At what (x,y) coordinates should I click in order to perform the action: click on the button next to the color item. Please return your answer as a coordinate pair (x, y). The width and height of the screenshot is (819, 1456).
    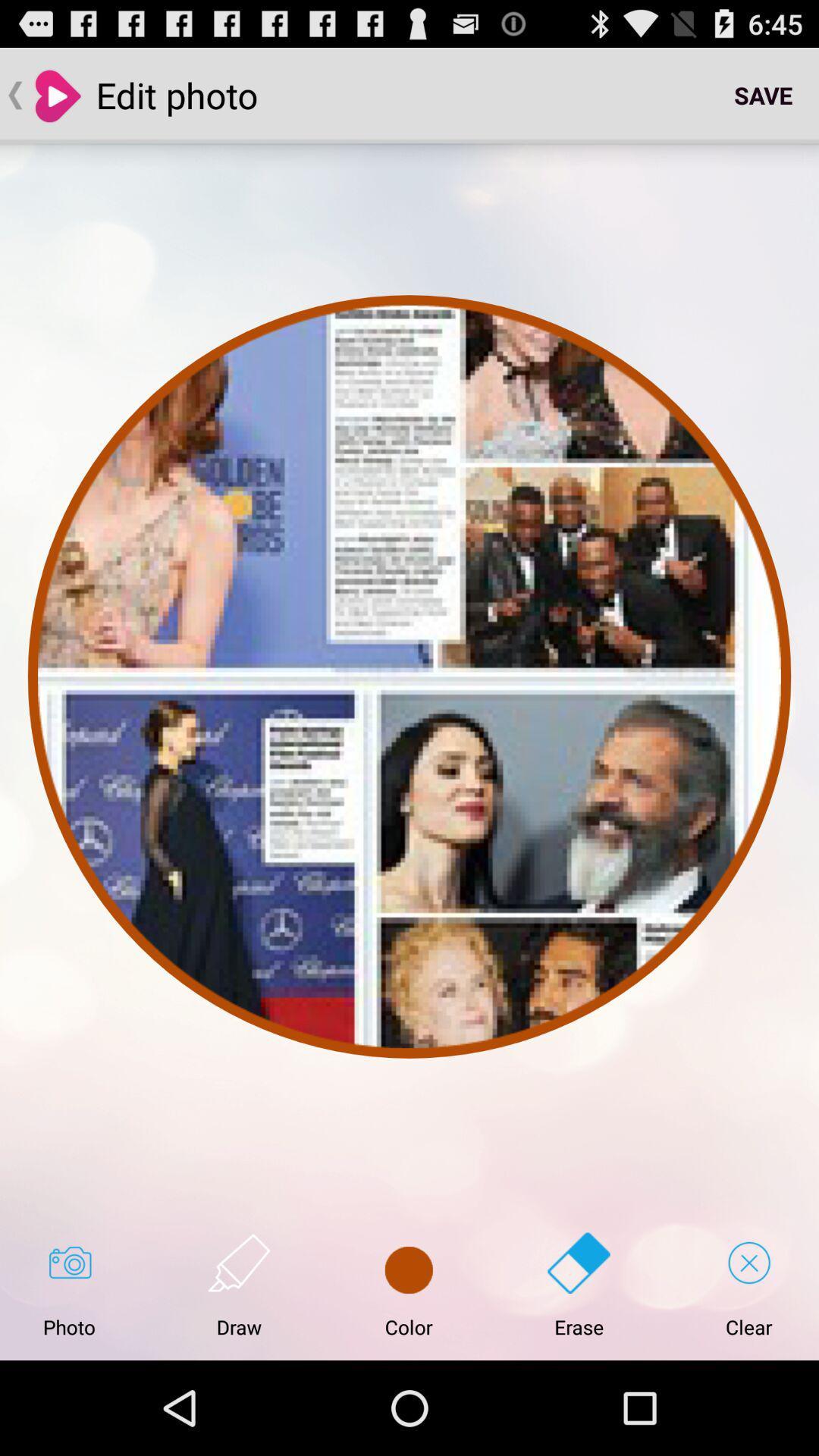
    Looking at the image, I should click on (239, 1285).